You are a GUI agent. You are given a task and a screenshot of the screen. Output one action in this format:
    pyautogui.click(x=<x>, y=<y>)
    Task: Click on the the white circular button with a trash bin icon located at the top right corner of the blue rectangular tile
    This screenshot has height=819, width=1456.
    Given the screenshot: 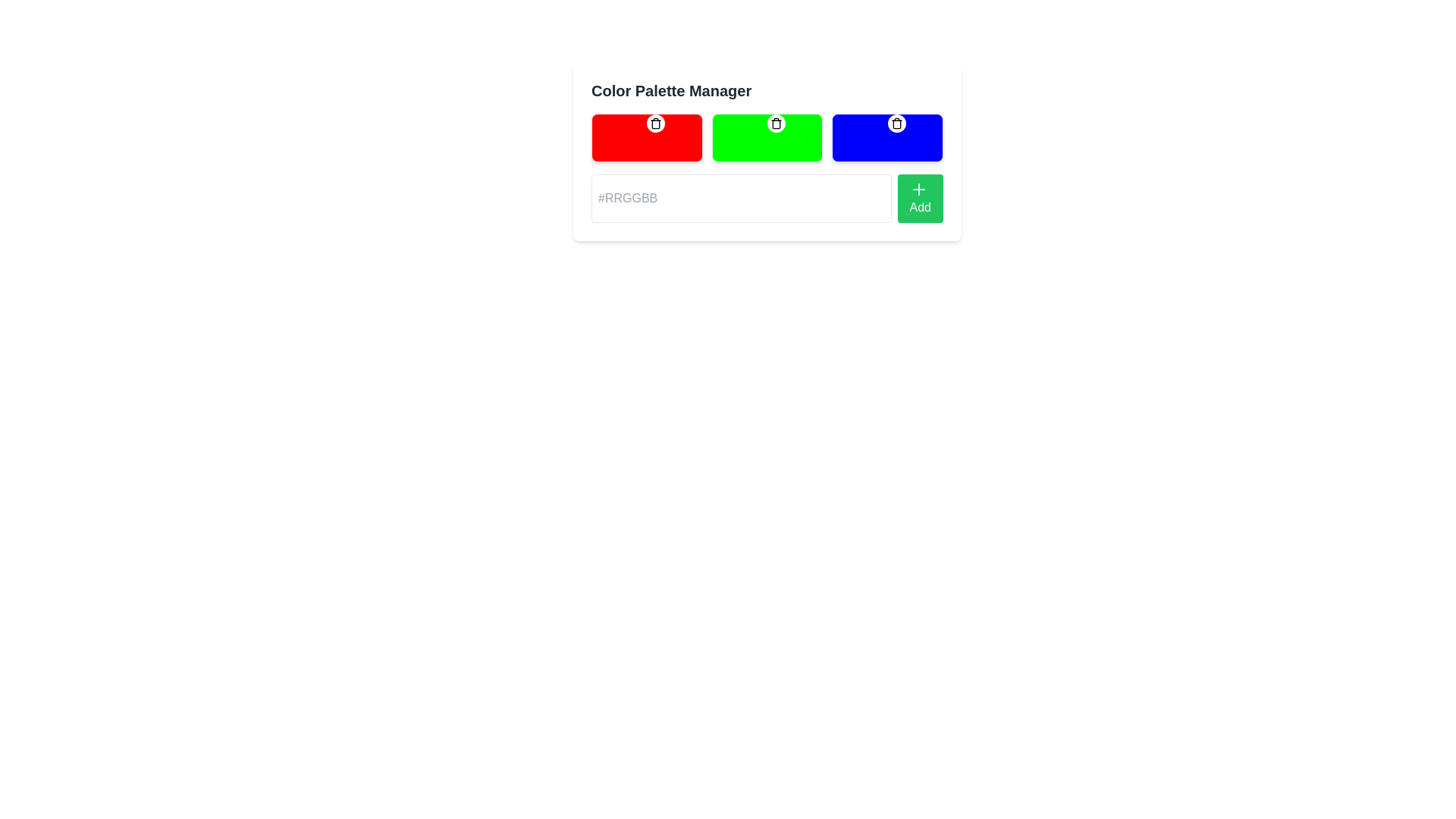 What is the action you would take?
    pyautogui.click(x=896, y=122)
    